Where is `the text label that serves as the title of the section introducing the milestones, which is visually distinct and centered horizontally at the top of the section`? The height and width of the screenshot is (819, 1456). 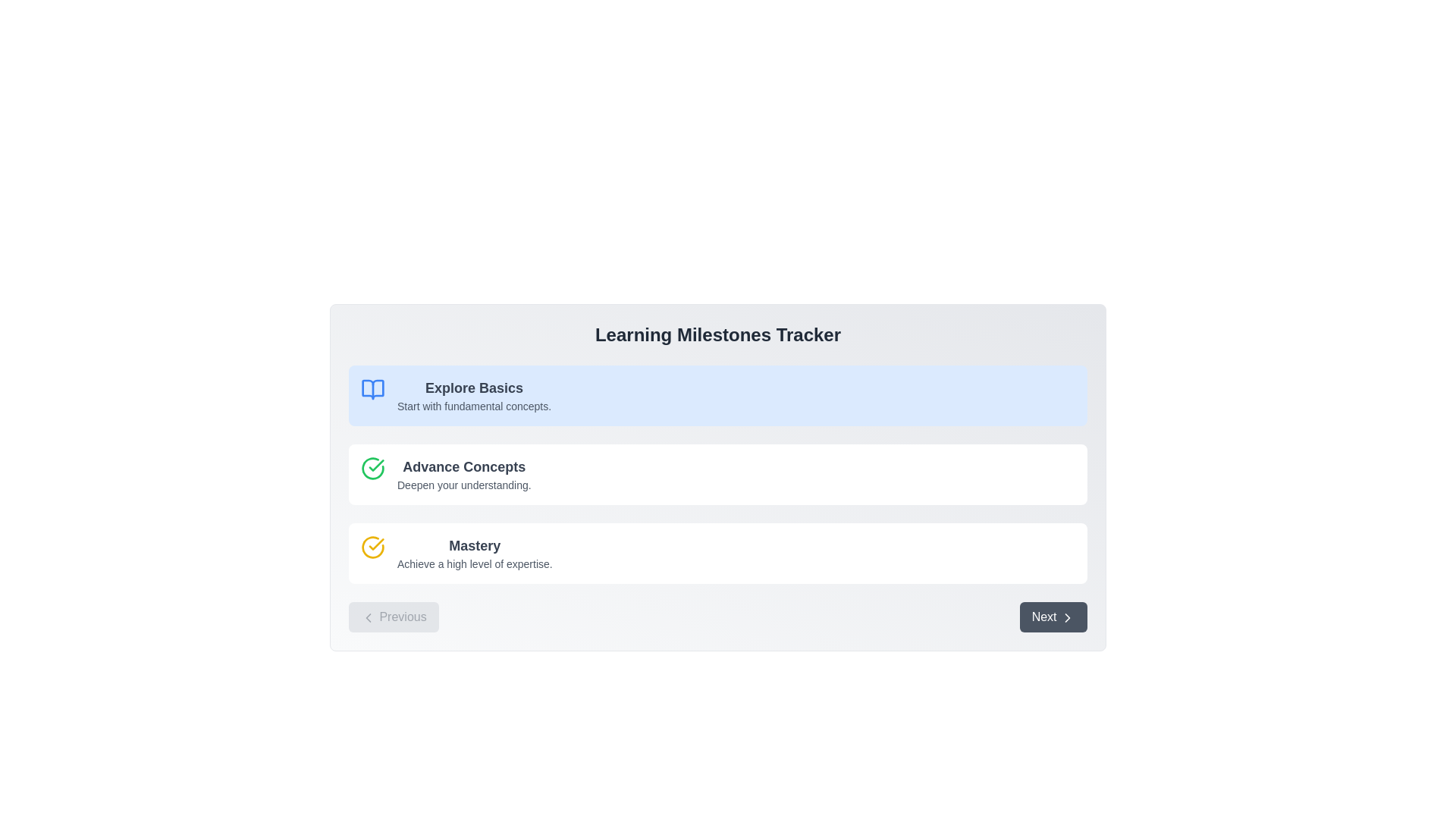 the text label that serves as the title of the section introducing the milestones, which is visually distinct and centered horizontally at the top of the section is located at coordinates (717, 334).